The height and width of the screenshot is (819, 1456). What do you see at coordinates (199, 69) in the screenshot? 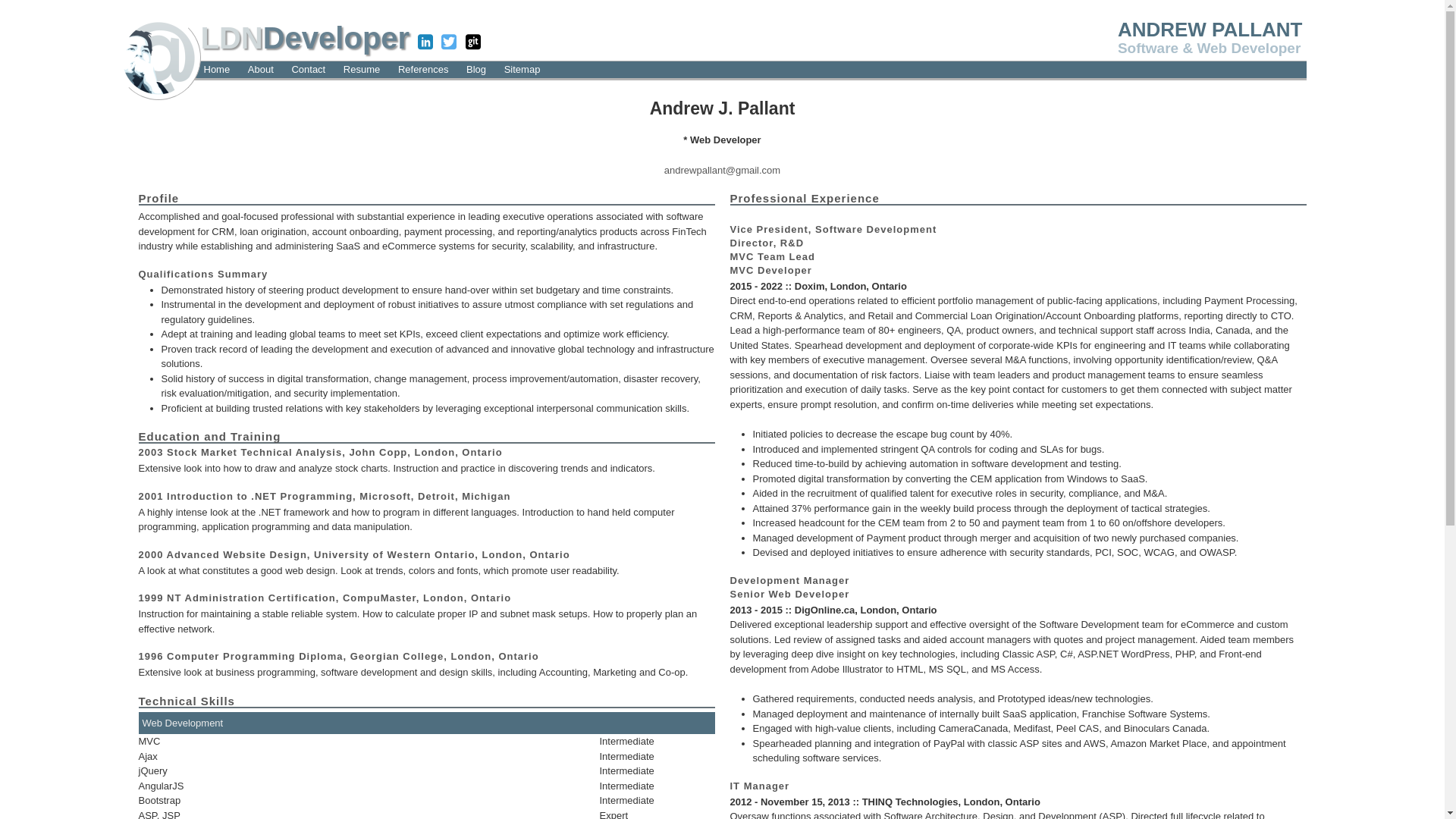
I see `'Home'` at bounding box center [199, 69].